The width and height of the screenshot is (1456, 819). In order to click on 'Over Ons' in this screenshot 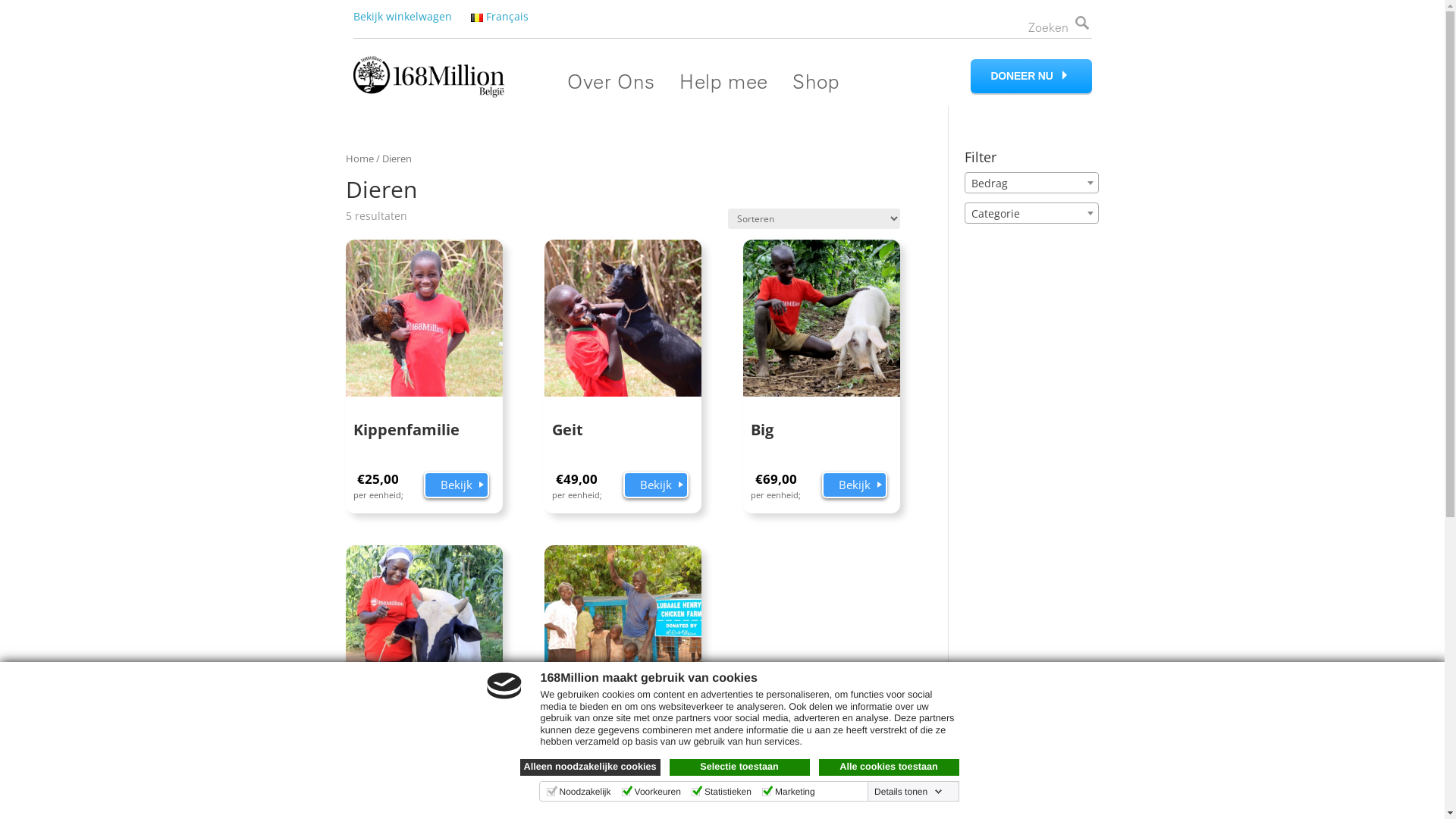, I will do `click(610, 81)`.